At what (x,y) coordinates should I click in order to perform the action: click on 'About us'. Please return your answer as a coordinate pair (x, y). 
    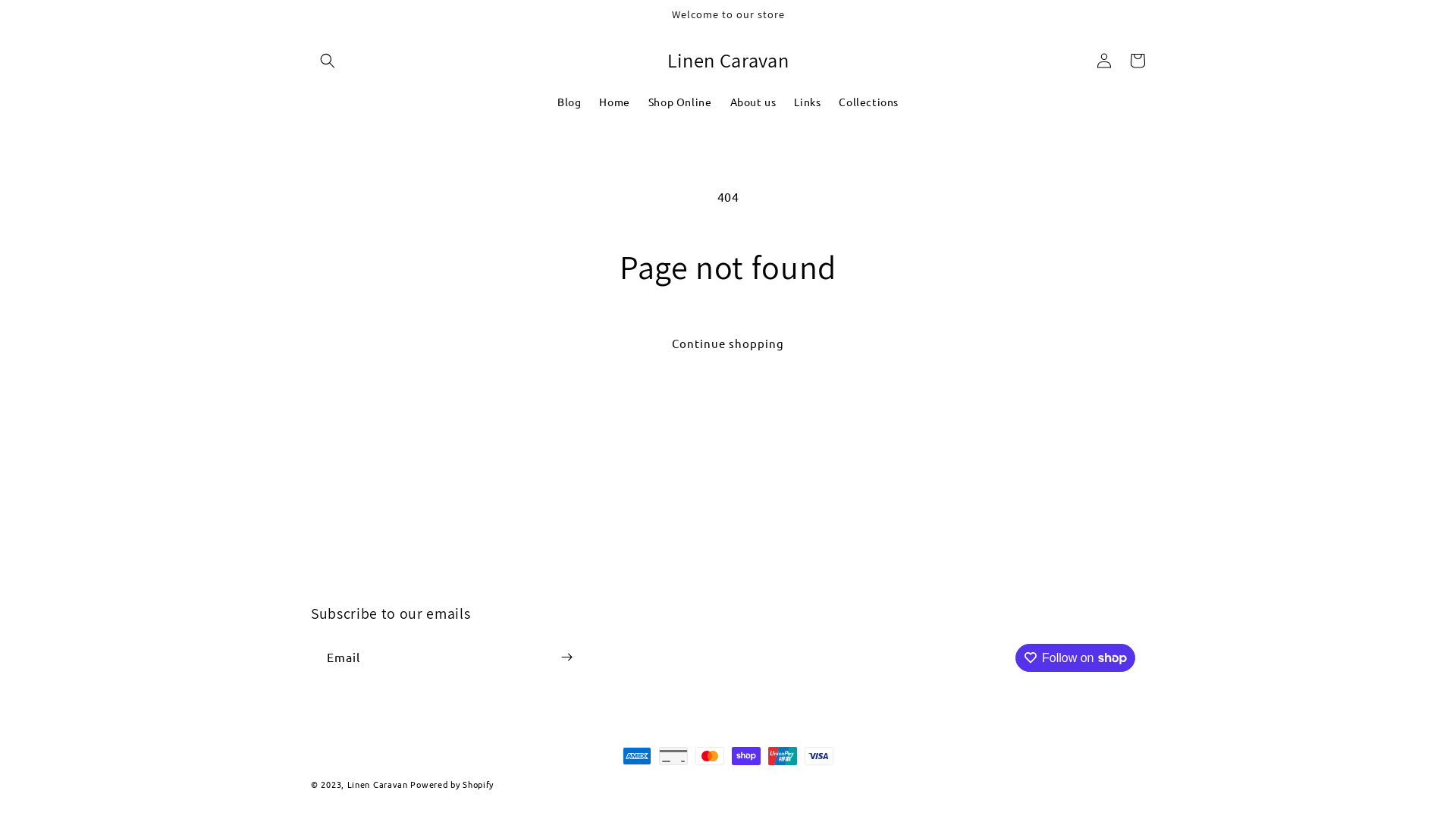
    Looking at the image, I should click on (752, 102).